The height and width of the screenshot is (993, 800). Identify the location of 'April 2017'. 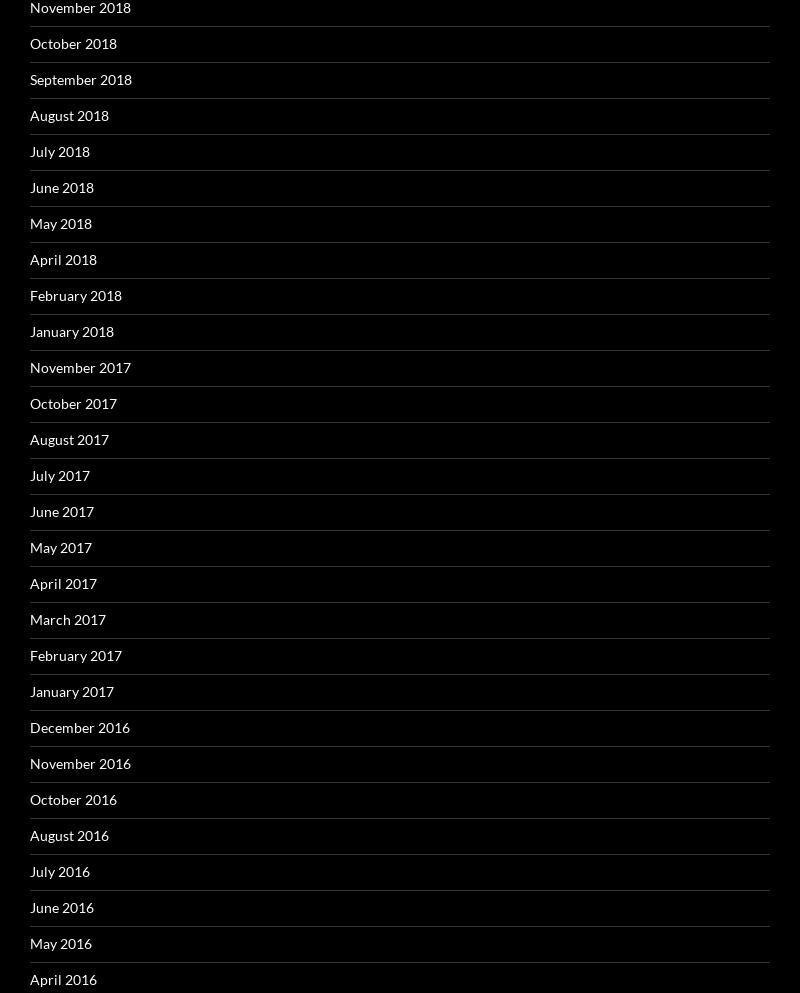
(30, 582).